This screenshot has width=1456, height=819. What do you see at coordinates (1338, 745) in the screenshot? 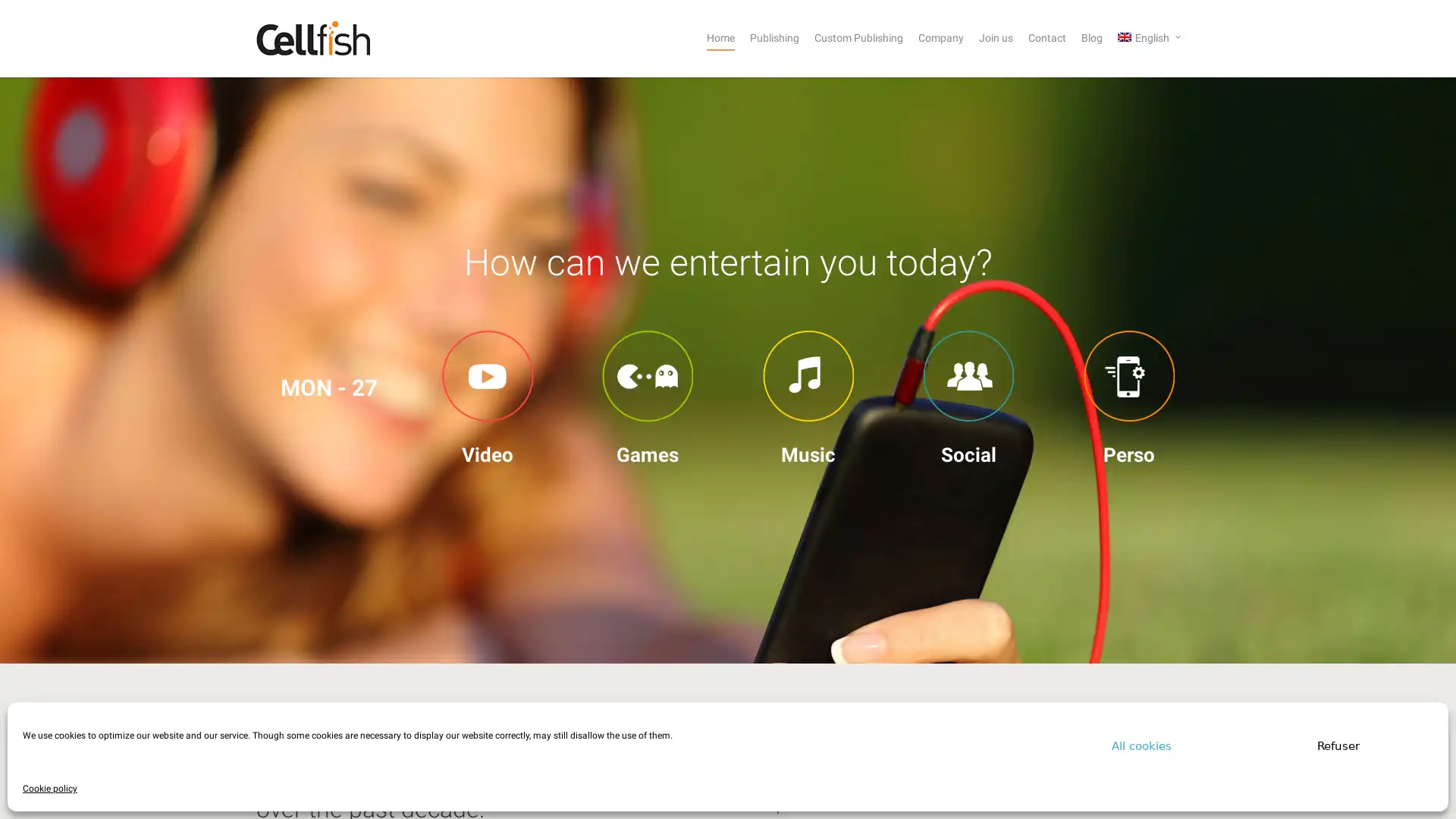
I see `Refuser` at bounding box center [1338, 745].